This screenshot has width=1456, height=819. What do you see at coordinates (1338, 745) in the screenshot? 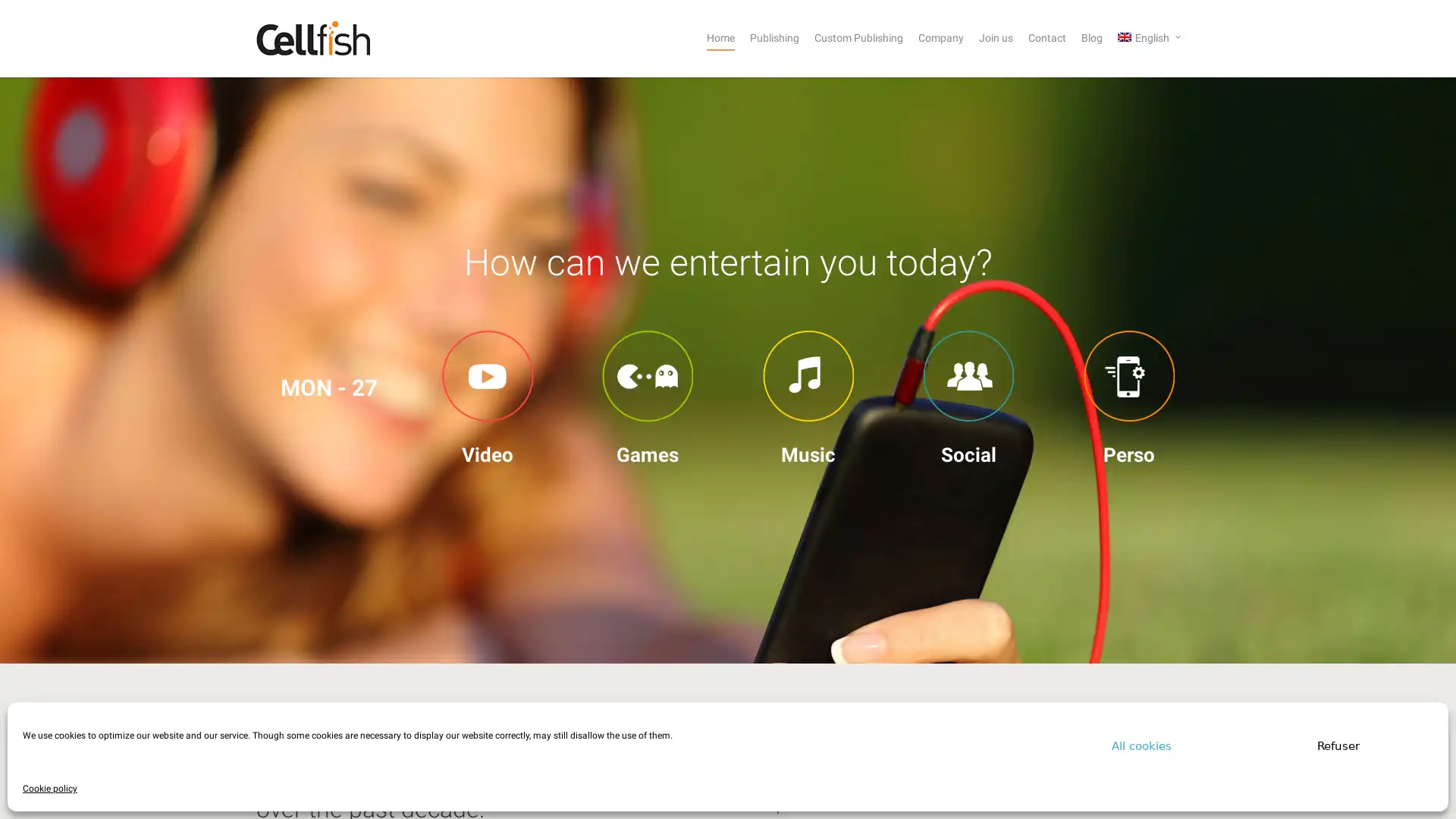
I see `Refuser` at bounding box center [1338, 745].